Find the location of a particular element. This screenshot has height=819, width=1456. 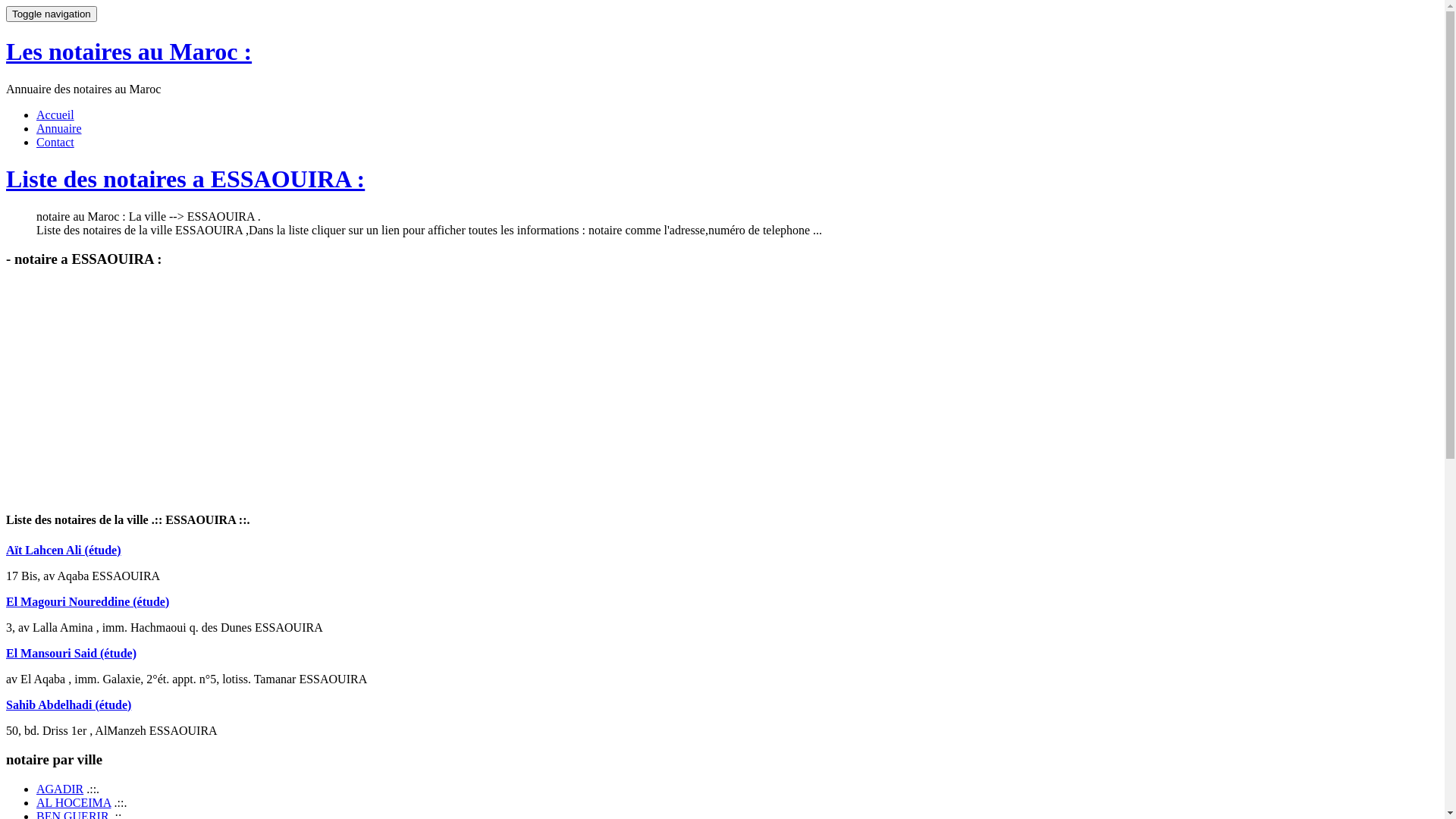

'Accueil' is located at coordinates (55, 114).